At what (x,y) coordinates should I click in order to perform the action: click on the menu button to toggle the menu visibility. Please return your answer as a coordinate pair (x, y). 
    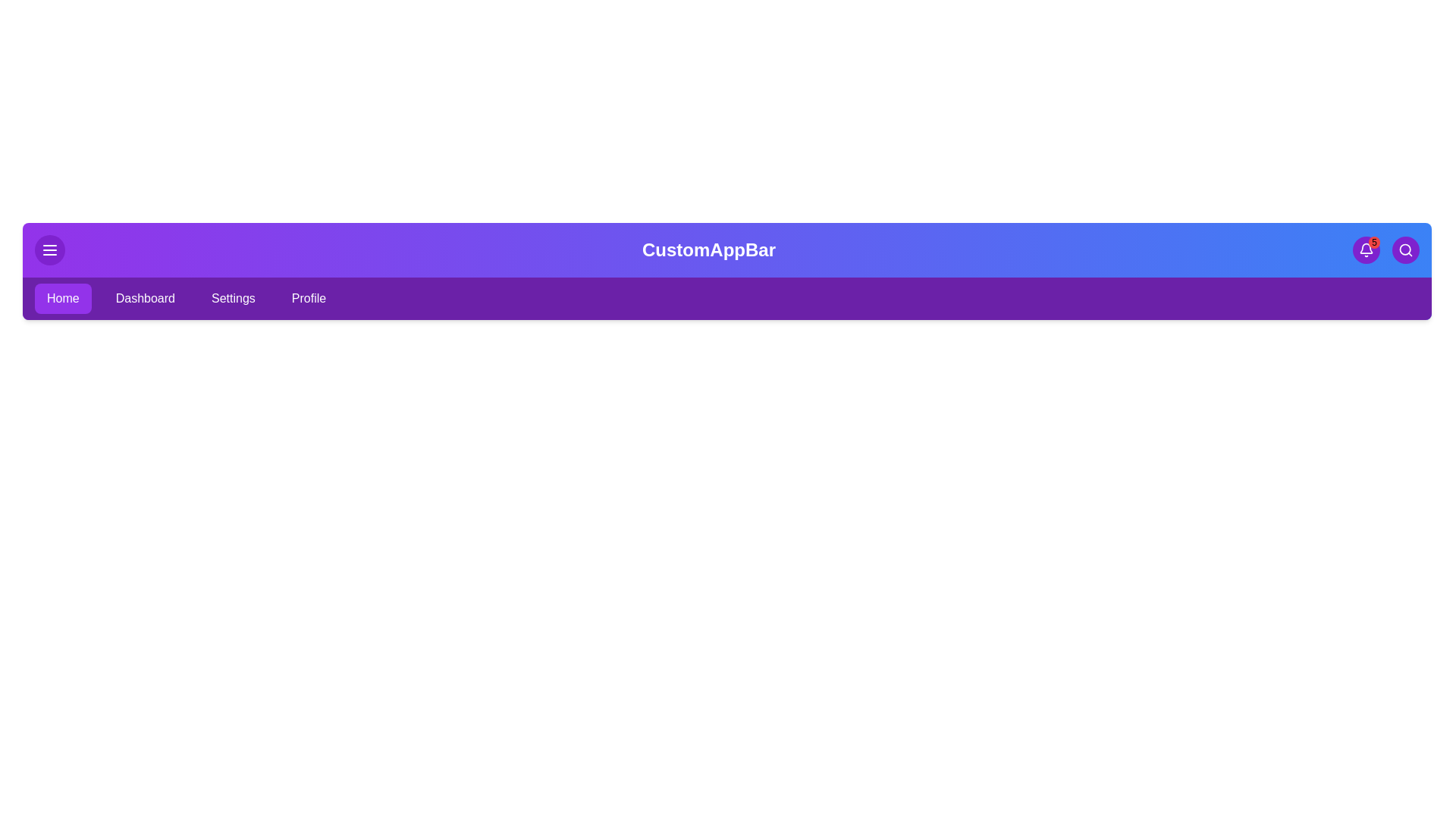
    Looking at the image, I should click on (50, 249).